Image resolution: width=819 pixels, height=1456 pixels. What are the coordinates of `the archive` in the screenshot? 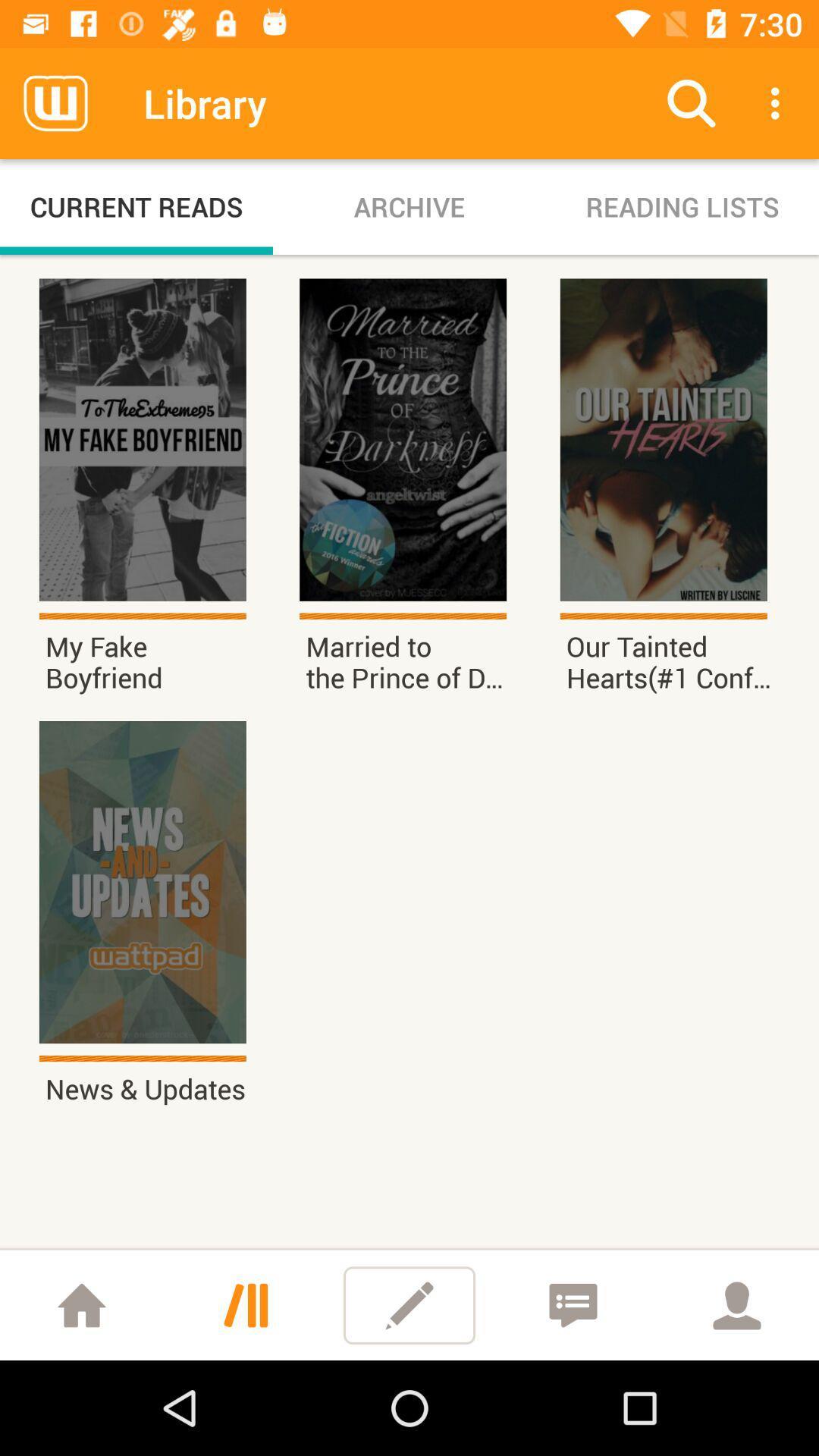 It's located at (409, 206).